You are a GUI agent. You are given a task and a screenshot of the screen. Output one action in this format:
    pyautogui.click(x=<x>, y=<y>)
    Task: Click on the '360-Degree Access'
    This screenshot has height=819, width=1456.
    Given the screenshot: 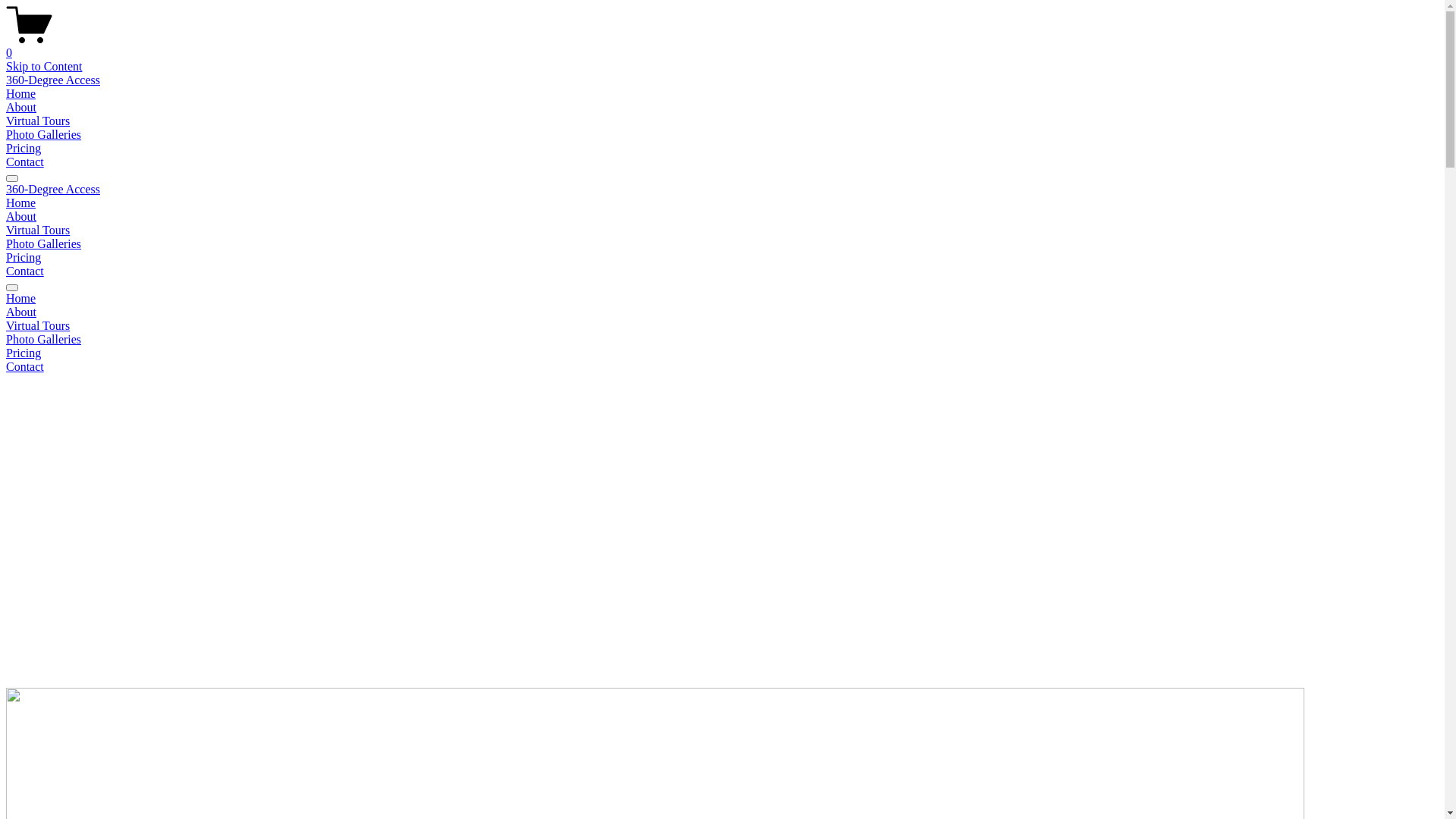 What is the action you would take?
    pyautogui.click(x=53, y=188)
    